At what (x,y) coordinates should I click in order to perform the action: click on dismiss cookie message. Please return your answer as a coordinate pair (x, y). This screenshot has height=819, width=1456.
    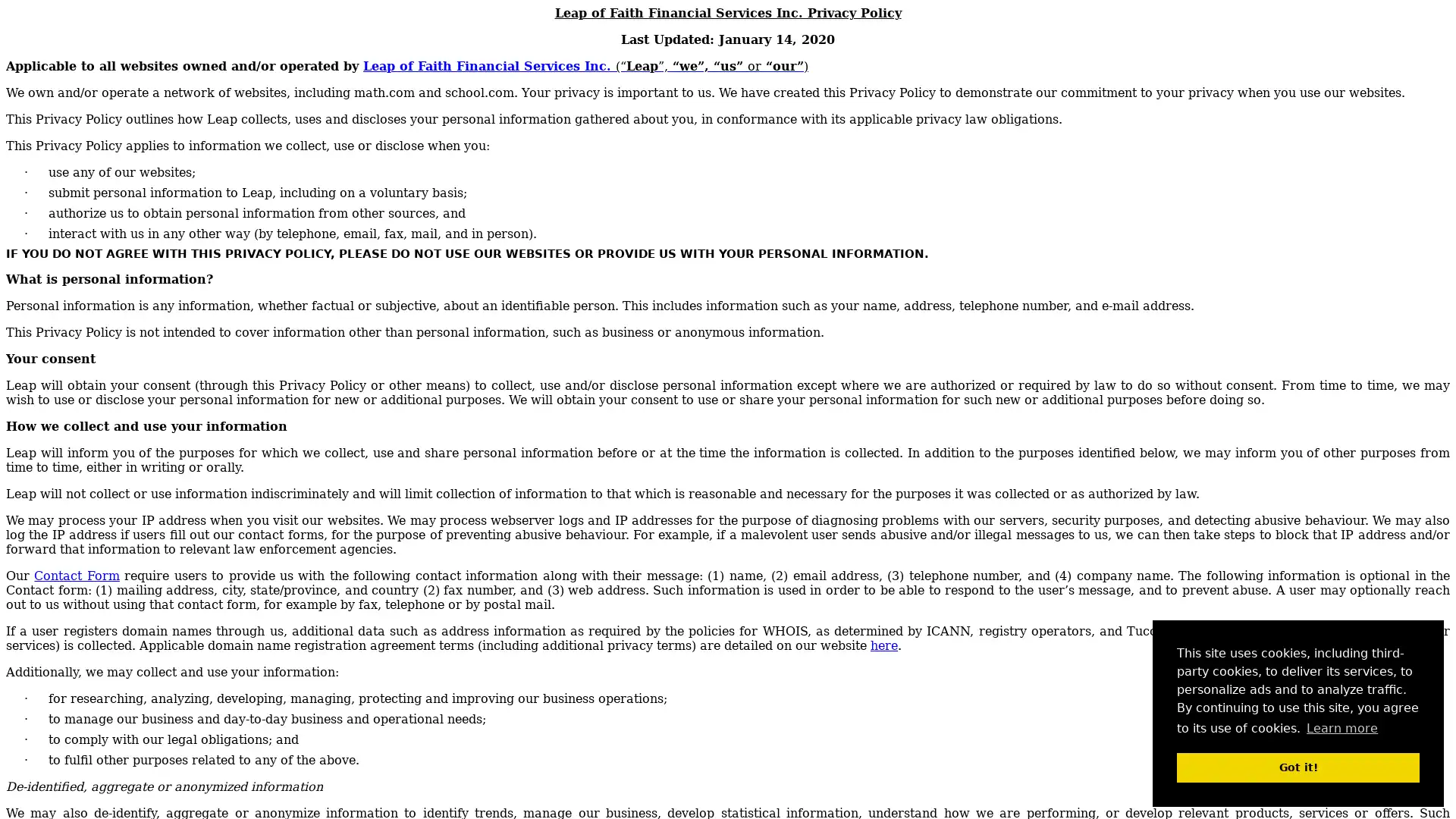
    Looking at the image, I should click on (1298, 767).